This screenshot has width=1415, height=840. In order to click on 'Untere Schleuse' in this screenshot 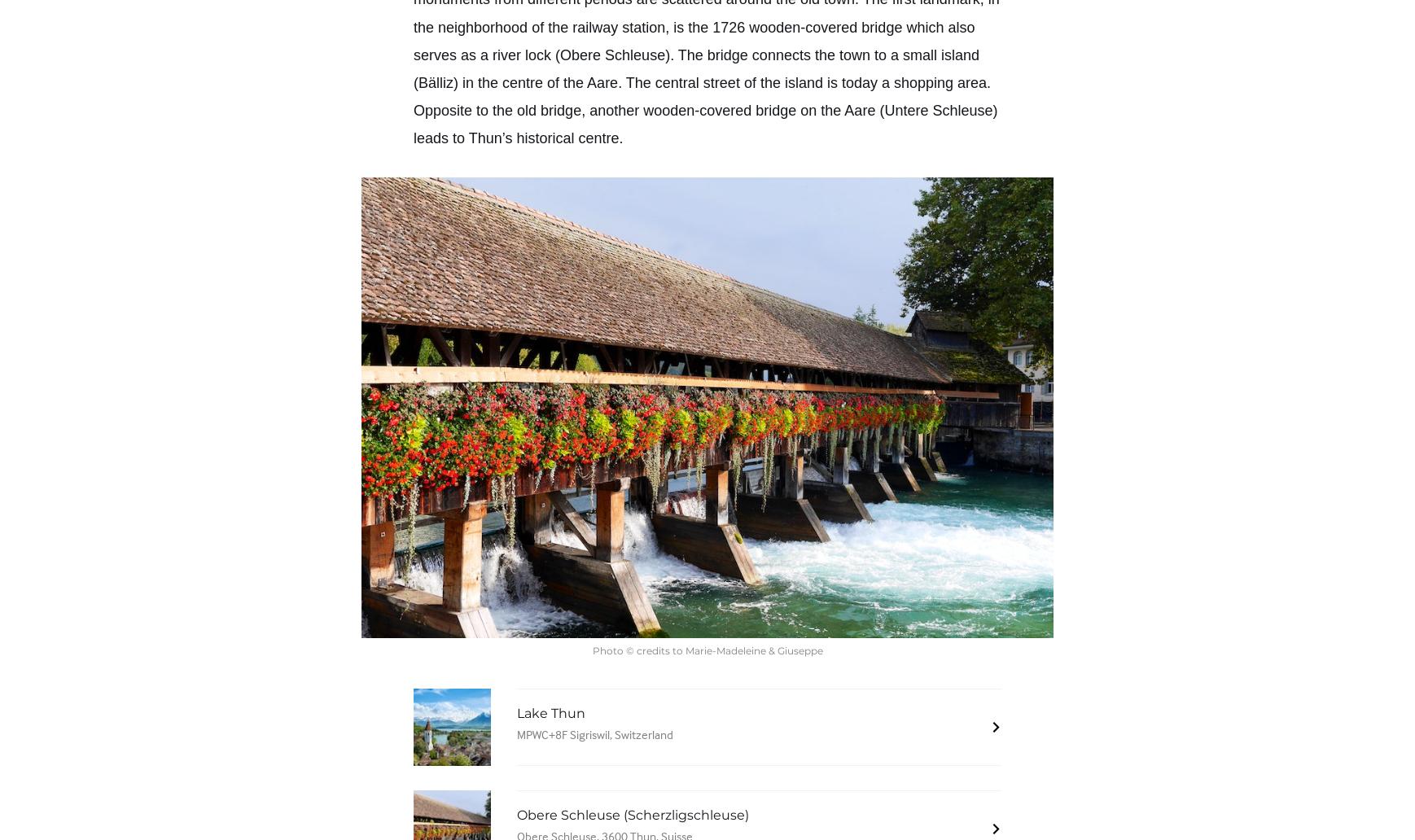, I will do `click(937, 110)`.